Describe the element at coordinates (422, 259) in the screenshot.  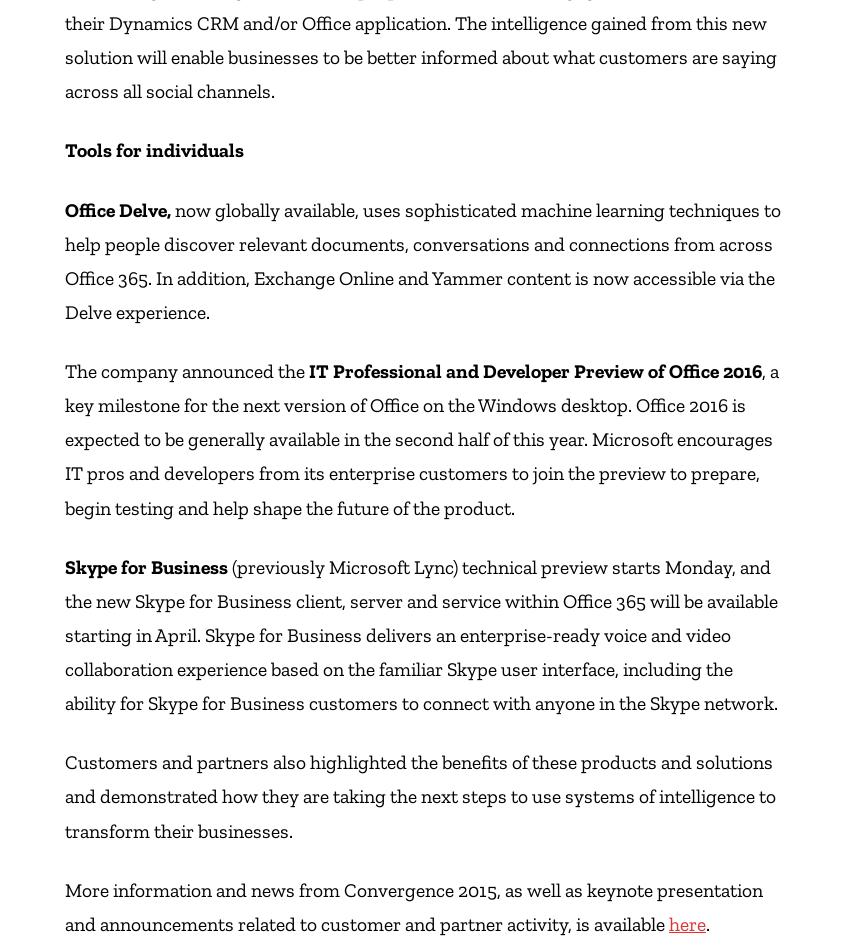
I see `'now globally available, uses sophisticated machine learning techniques to help people discover relevant documents, conversations and connections from across Office 365. In addition, Exchange Online and Yammer content is now accessible via the Delve experience.'` at that location.